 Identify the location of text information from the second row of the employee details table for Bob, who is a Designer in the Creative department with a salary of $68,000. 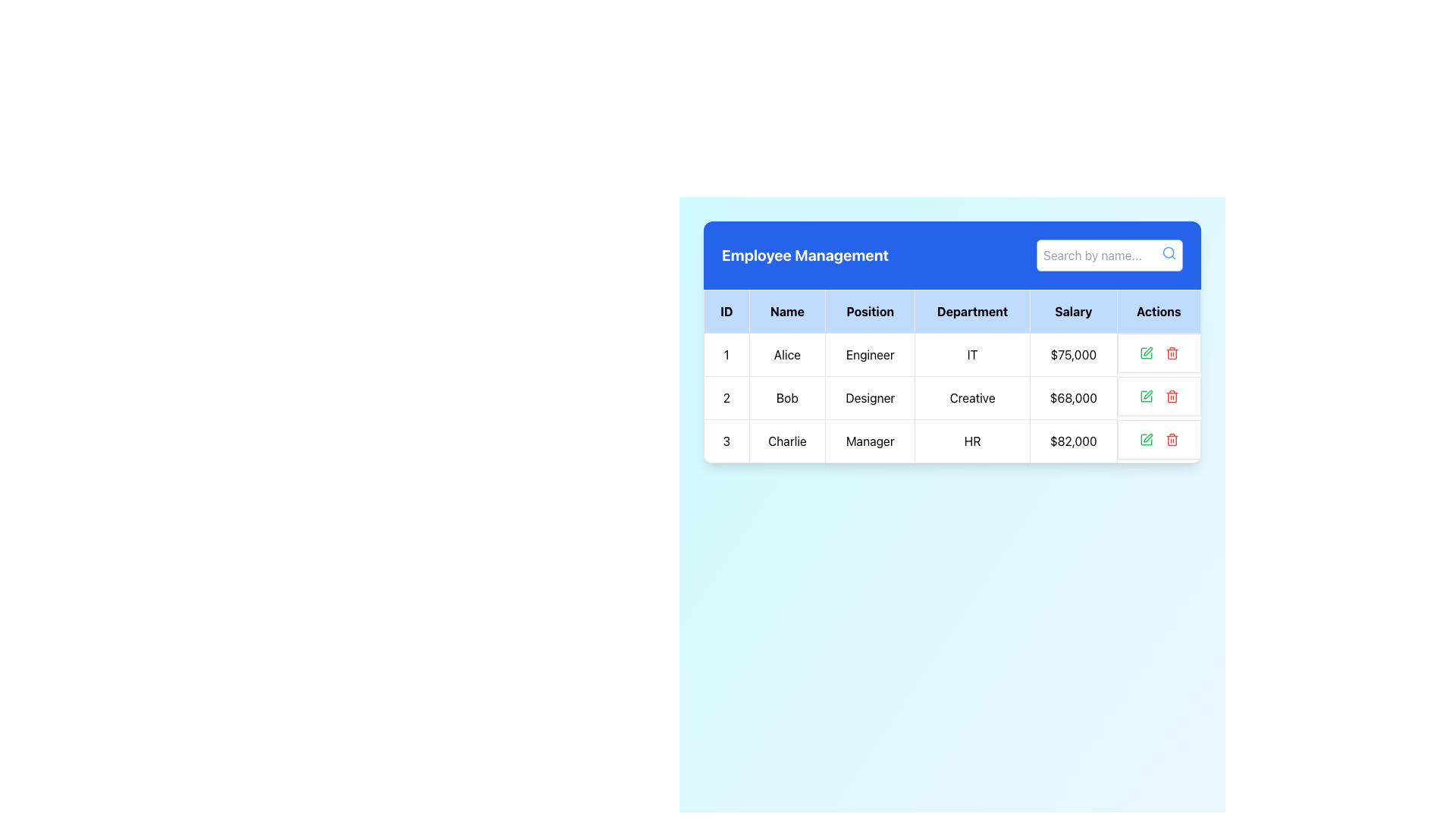
(952, 397).